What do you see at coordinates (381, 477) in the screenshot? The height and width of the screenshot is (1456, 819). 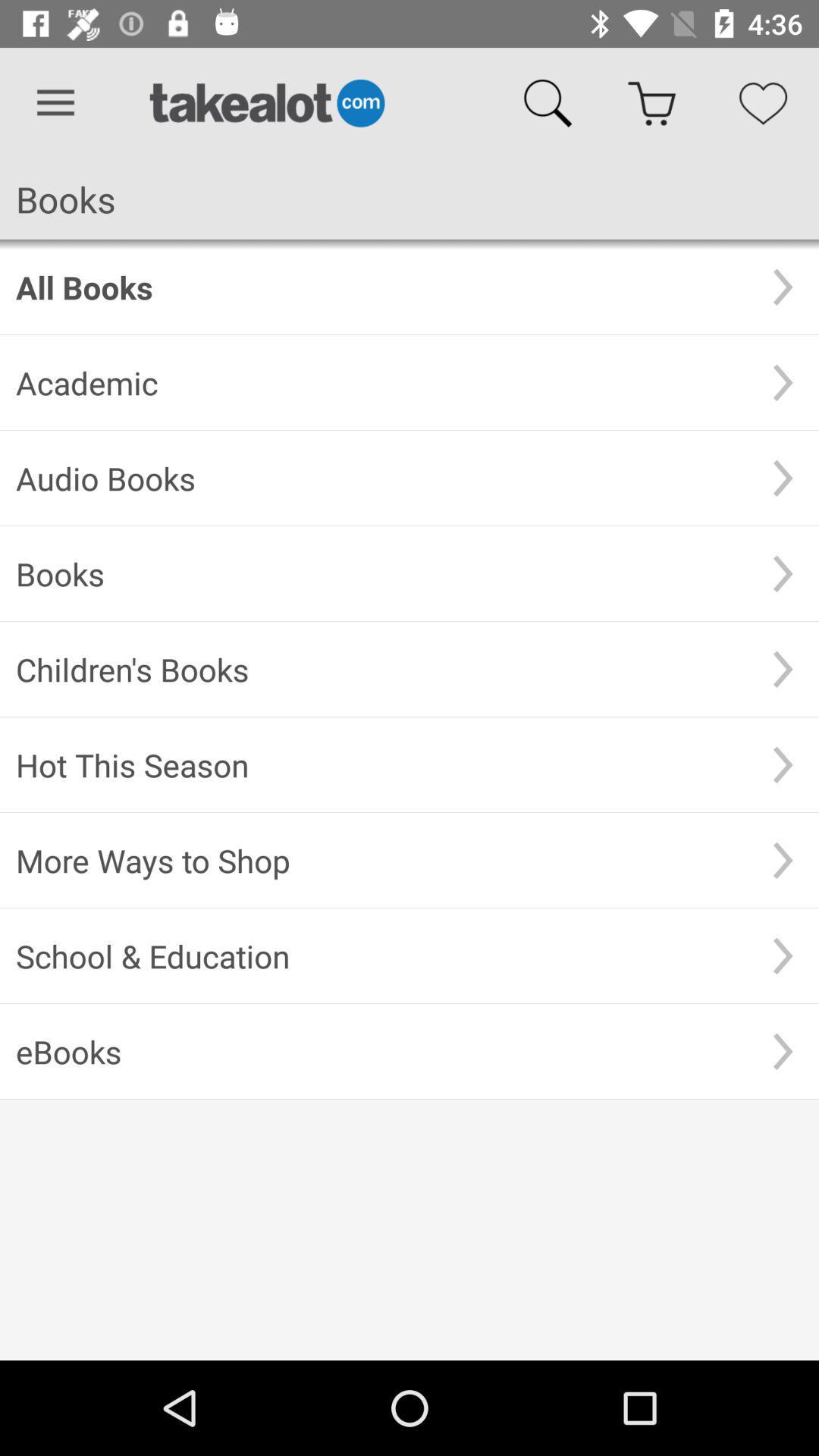 I see `audio books icon` at bounding box center [381, 477].